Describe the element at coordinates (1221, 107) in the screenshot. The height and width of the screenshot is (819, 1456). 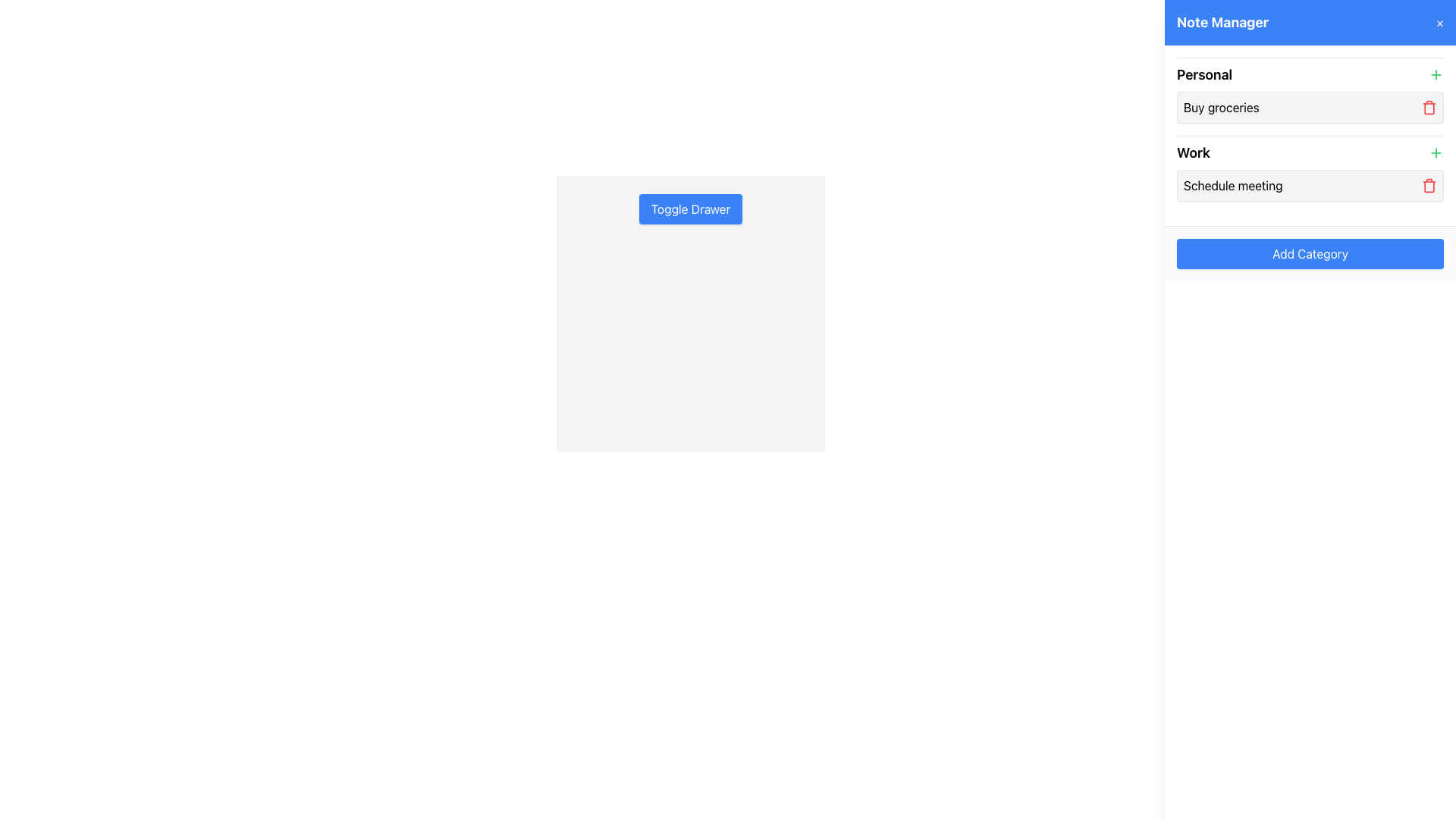
I see `the text label displaying 'Buy groceries' inside the 'Personal' section of the 'Note Manager' sidebar` at that location.